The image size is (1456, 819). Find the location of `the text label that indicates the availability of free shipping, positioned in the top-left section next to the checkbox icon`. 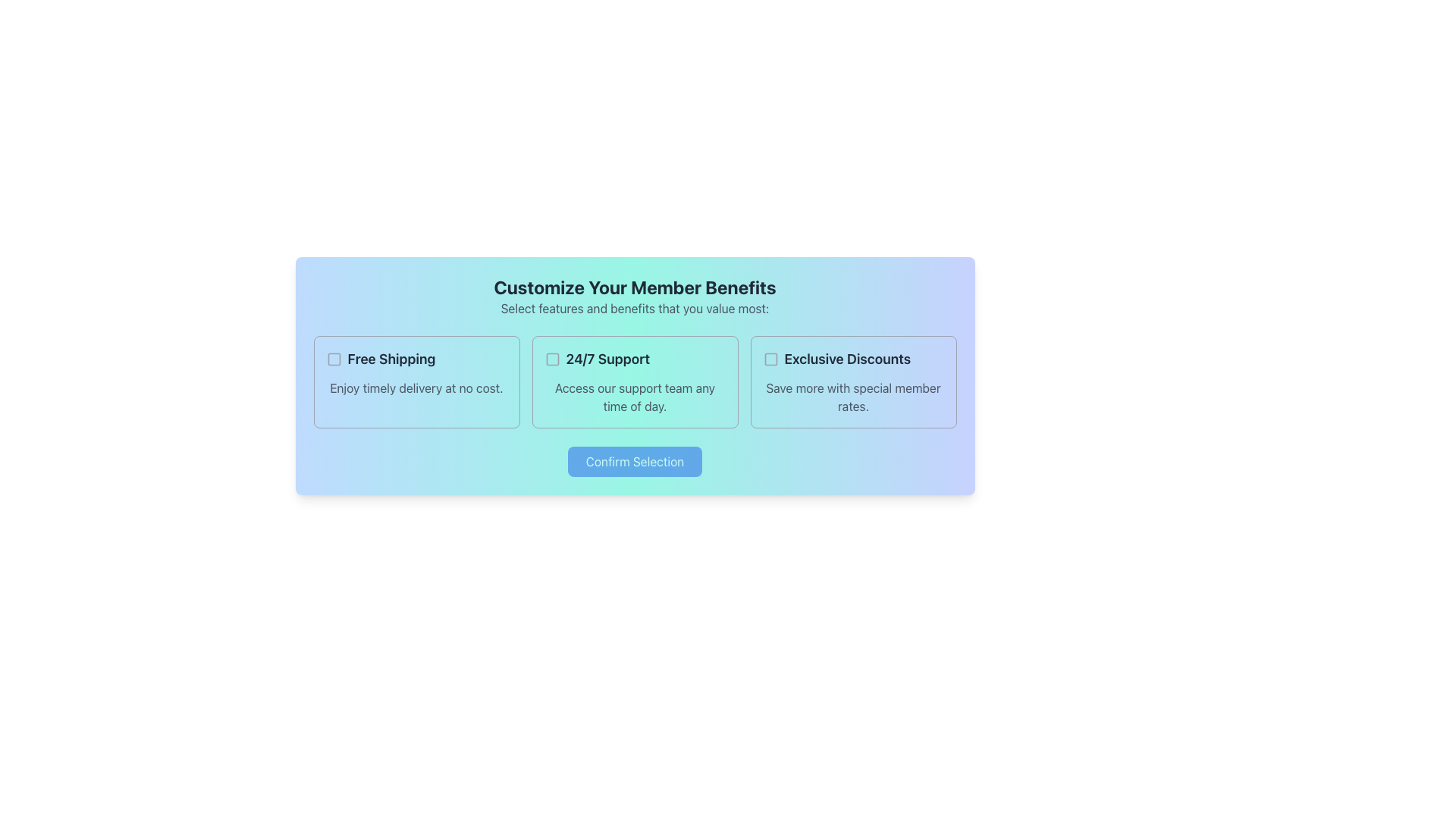

the text label that indicates the availability of free shipping, positioned in the top-left section next to the checkbox icon is located at coordinates (391, 359).